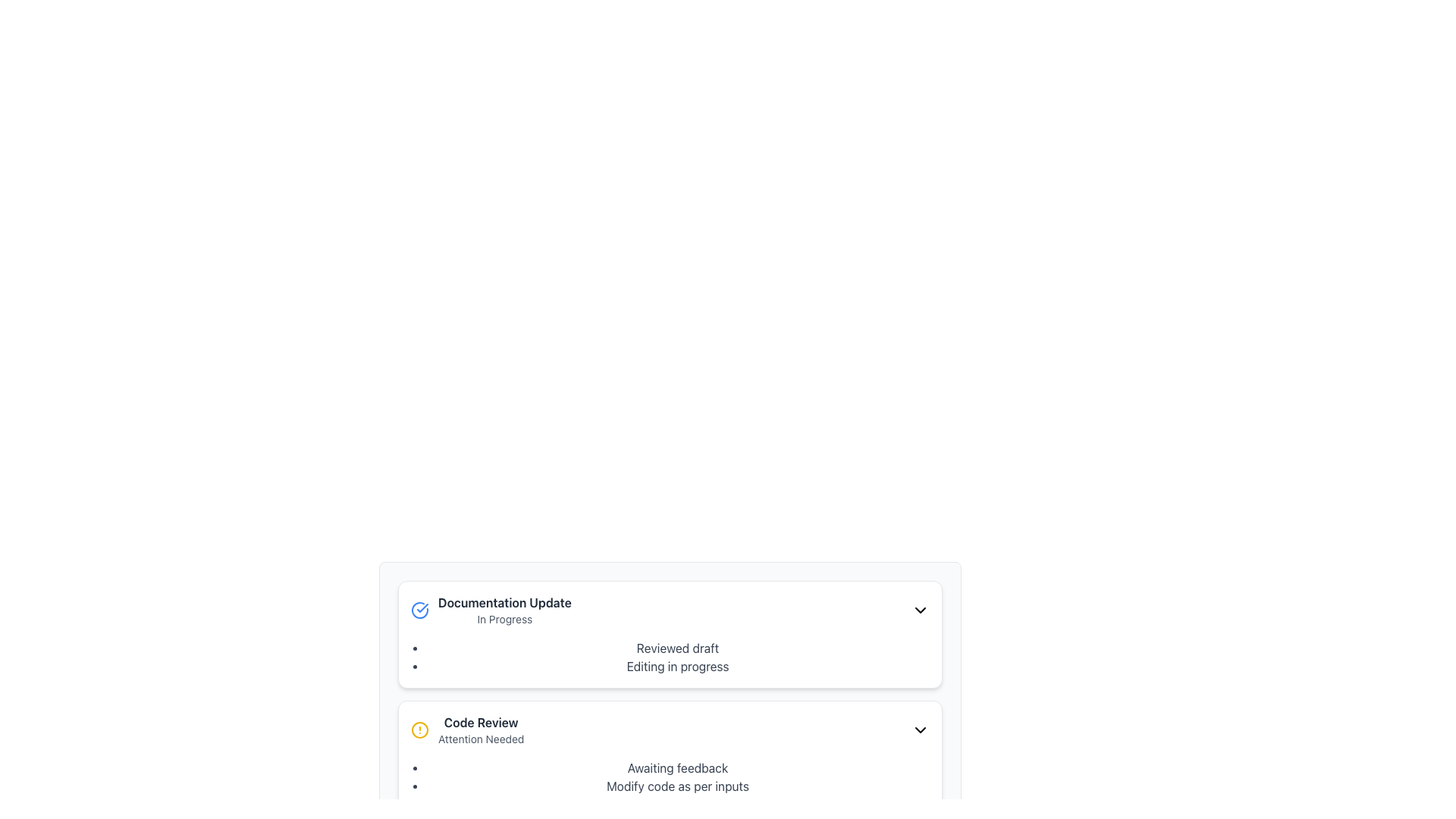 This screenshot has height=819, width=1456. Describe the element at coordinates (504, 601) in the screenshot. I see `the 'Documentation Update' text label, which serves as the title for the section, located at the top of the card above the 'Code Review' card` at that location.